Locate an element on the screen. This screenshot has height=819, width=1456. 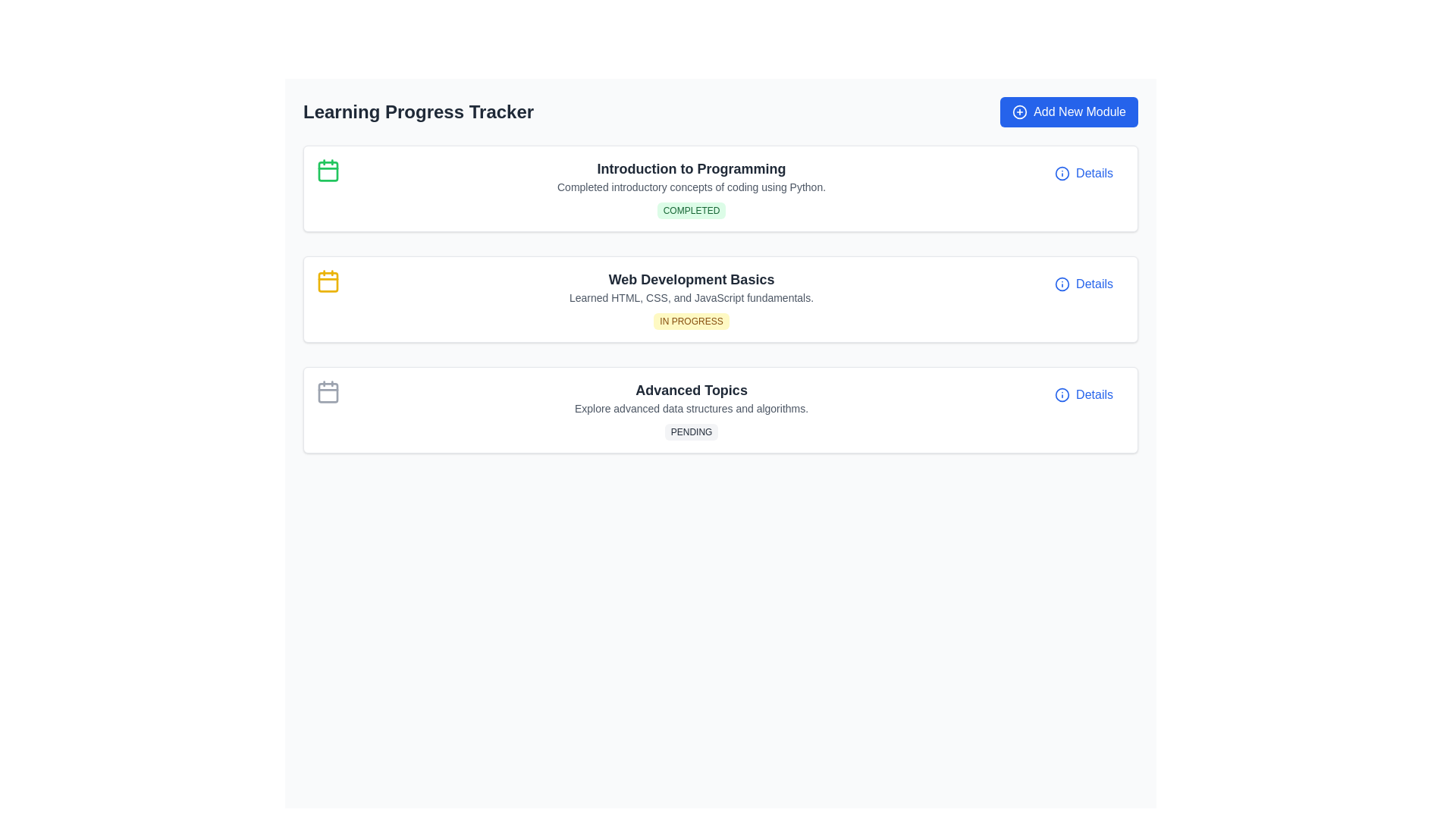
the blue button labeled 'Add New Module' with a plus sign icon is located at coordinates (1068, 111).